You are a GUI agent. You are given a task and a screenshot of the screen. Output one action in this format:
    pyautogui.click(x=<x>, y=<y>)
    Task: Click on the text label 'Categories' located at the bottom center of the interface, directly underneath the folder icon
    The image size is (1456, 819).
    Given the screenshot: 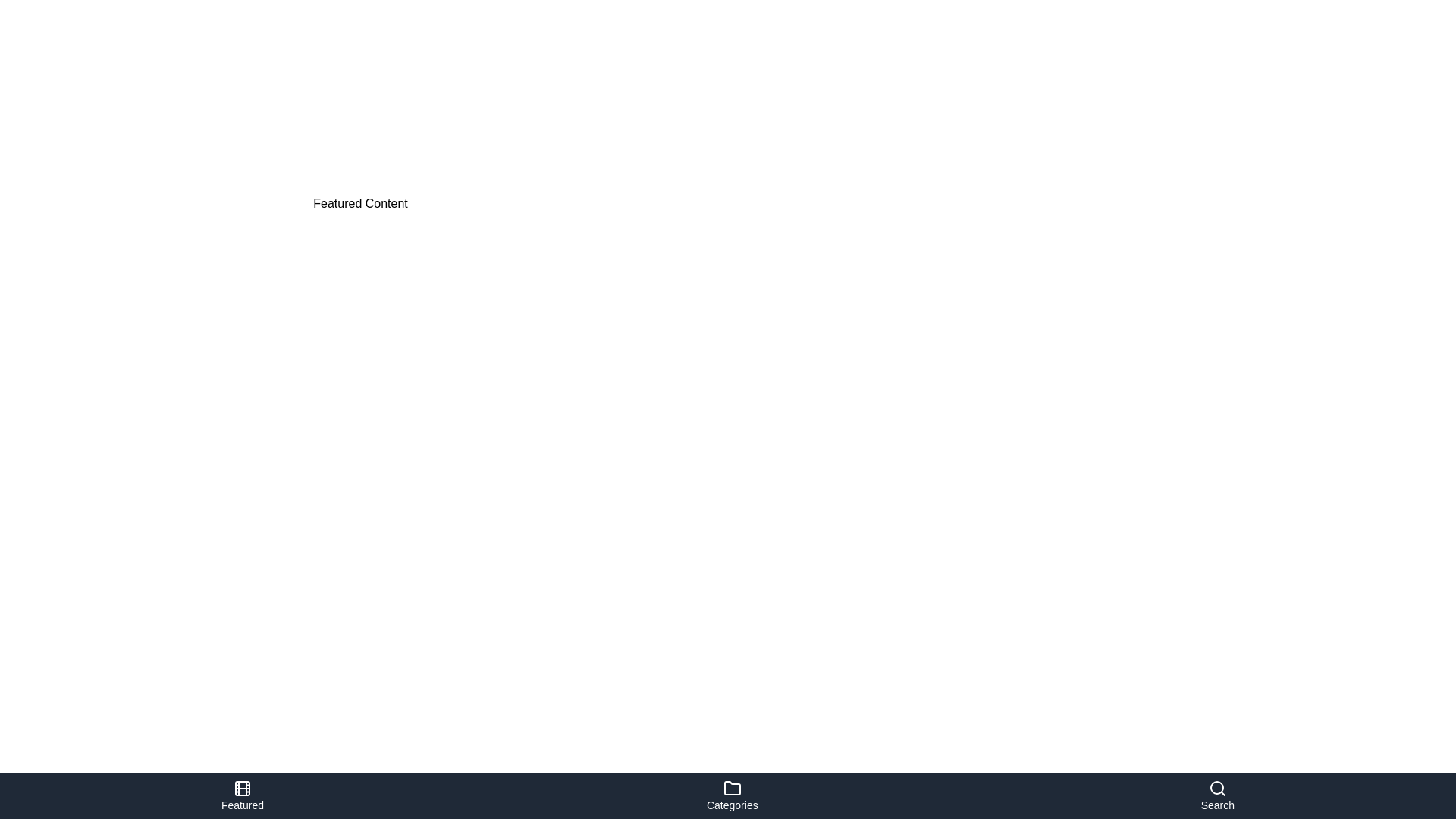 What is the action you would take?
    pyautogui.click(x=732, y=804)
    